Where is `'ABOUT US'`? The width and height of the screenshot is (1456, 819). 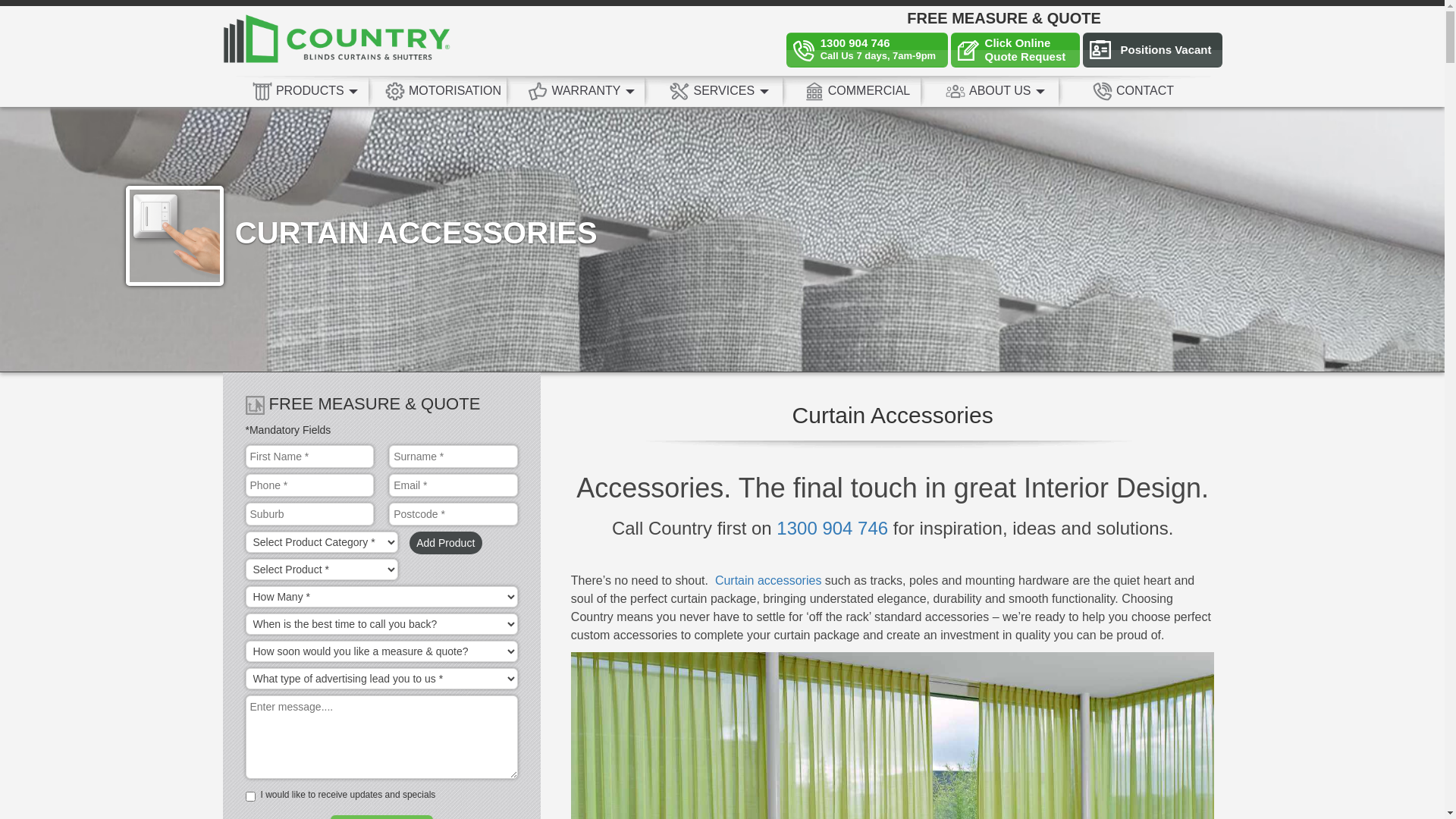 'ABOUT US' is located at coordinates (996, 91).